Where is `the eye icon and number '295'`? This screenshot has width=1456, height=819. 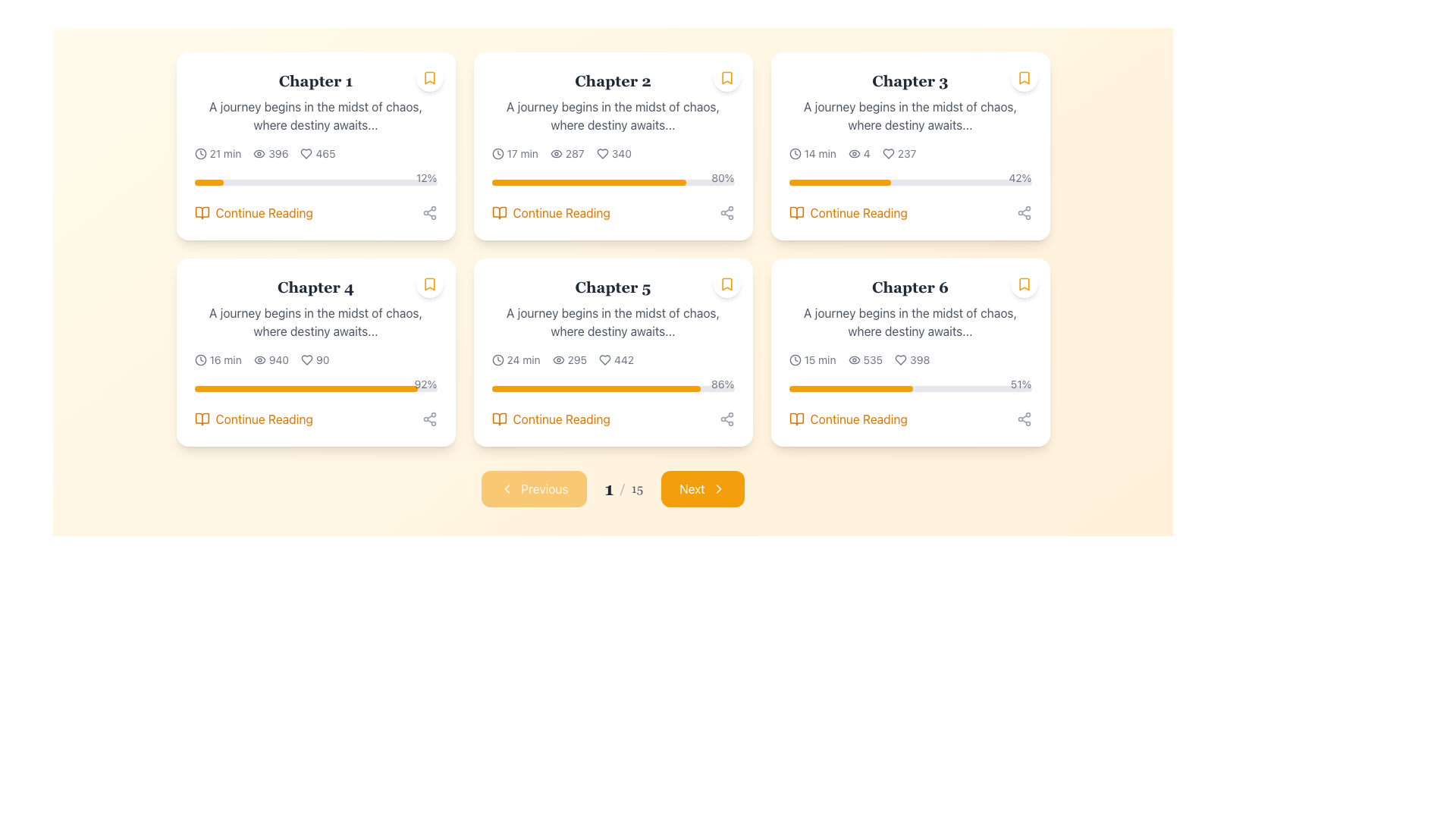
the eye icon and number '295' is located at coordinates (569, 359).